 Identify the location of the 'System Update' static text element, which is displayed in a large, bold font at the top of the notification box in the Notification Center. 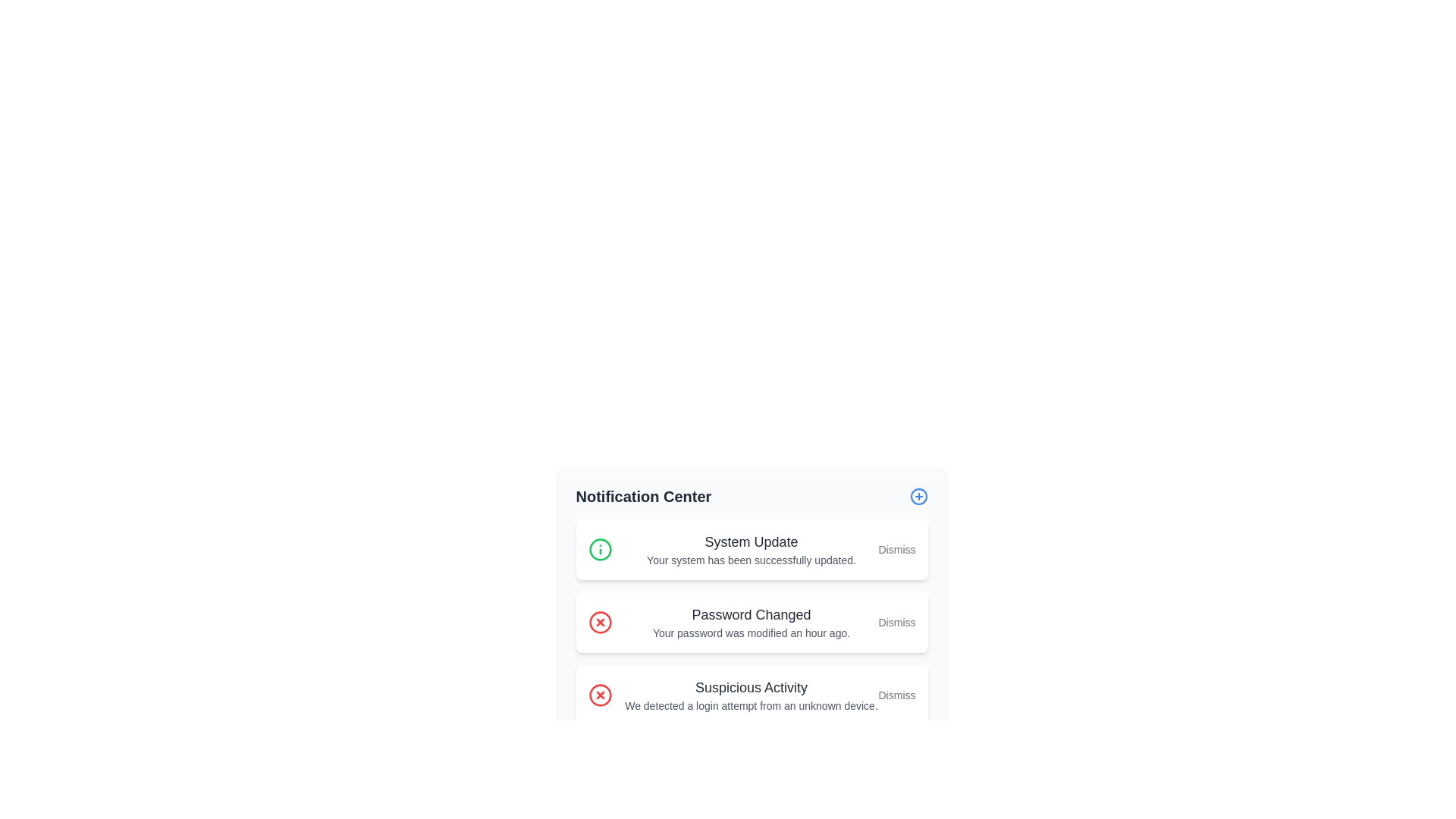
(751, 541).